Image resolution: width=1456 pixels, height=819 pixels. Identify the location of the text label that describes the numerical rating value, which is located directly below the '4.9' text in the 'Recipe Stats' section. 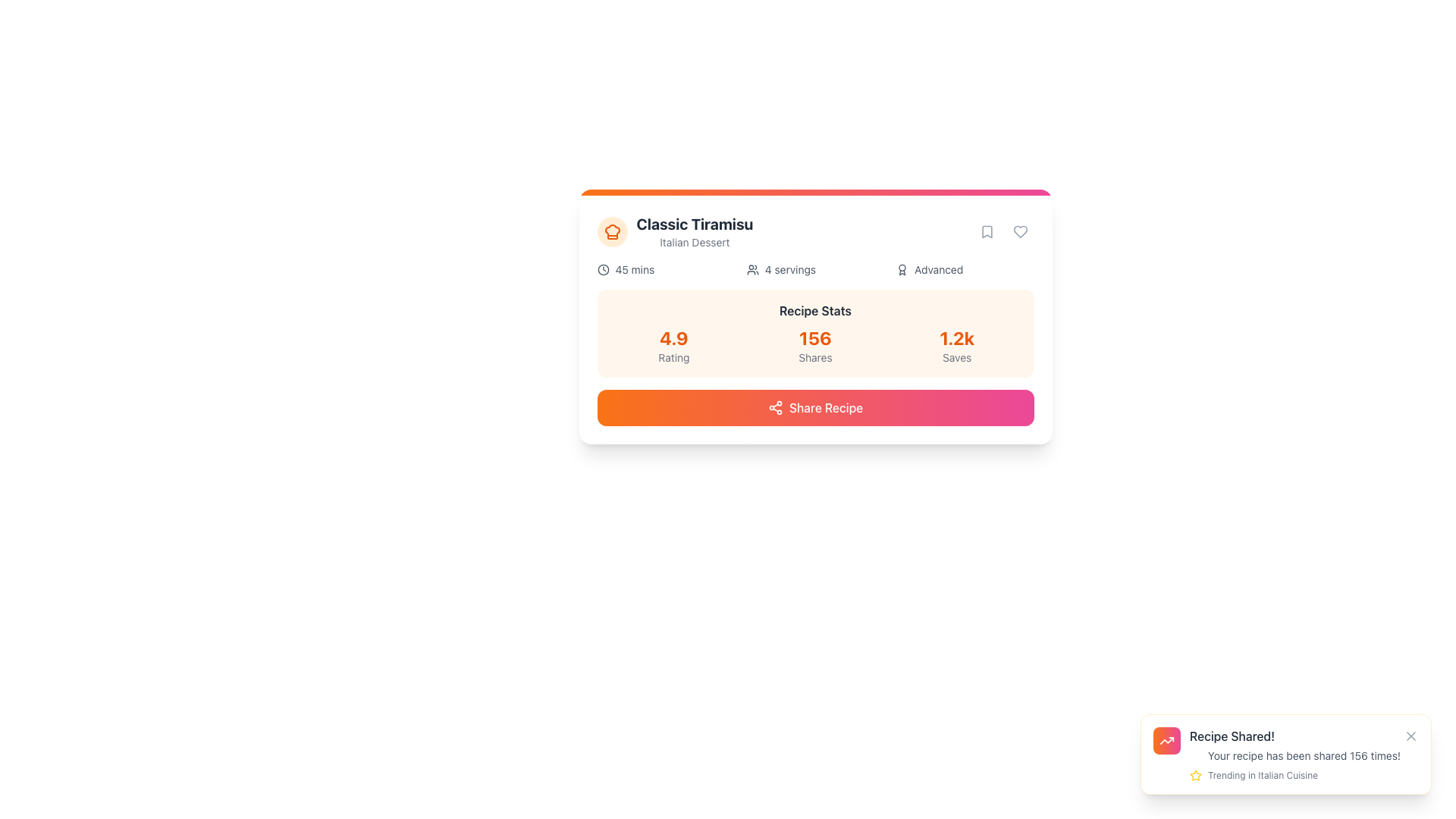
(673, 357).